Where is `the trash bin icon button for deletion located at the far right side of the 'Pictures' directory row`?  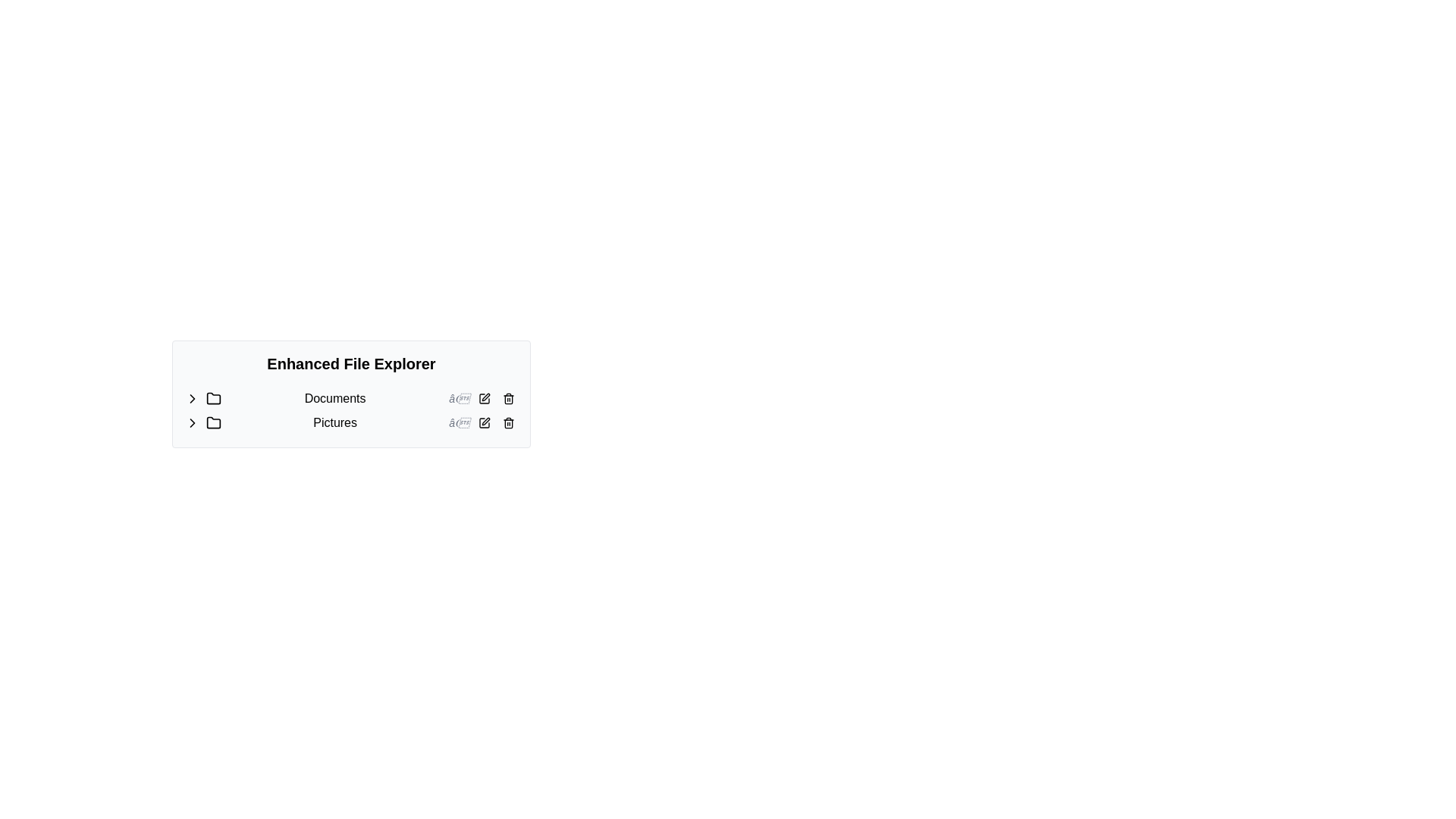 the trash bin icon button for deletion located at the far right side of the 'Pictures' directory row is located at coordinates (509, 423).